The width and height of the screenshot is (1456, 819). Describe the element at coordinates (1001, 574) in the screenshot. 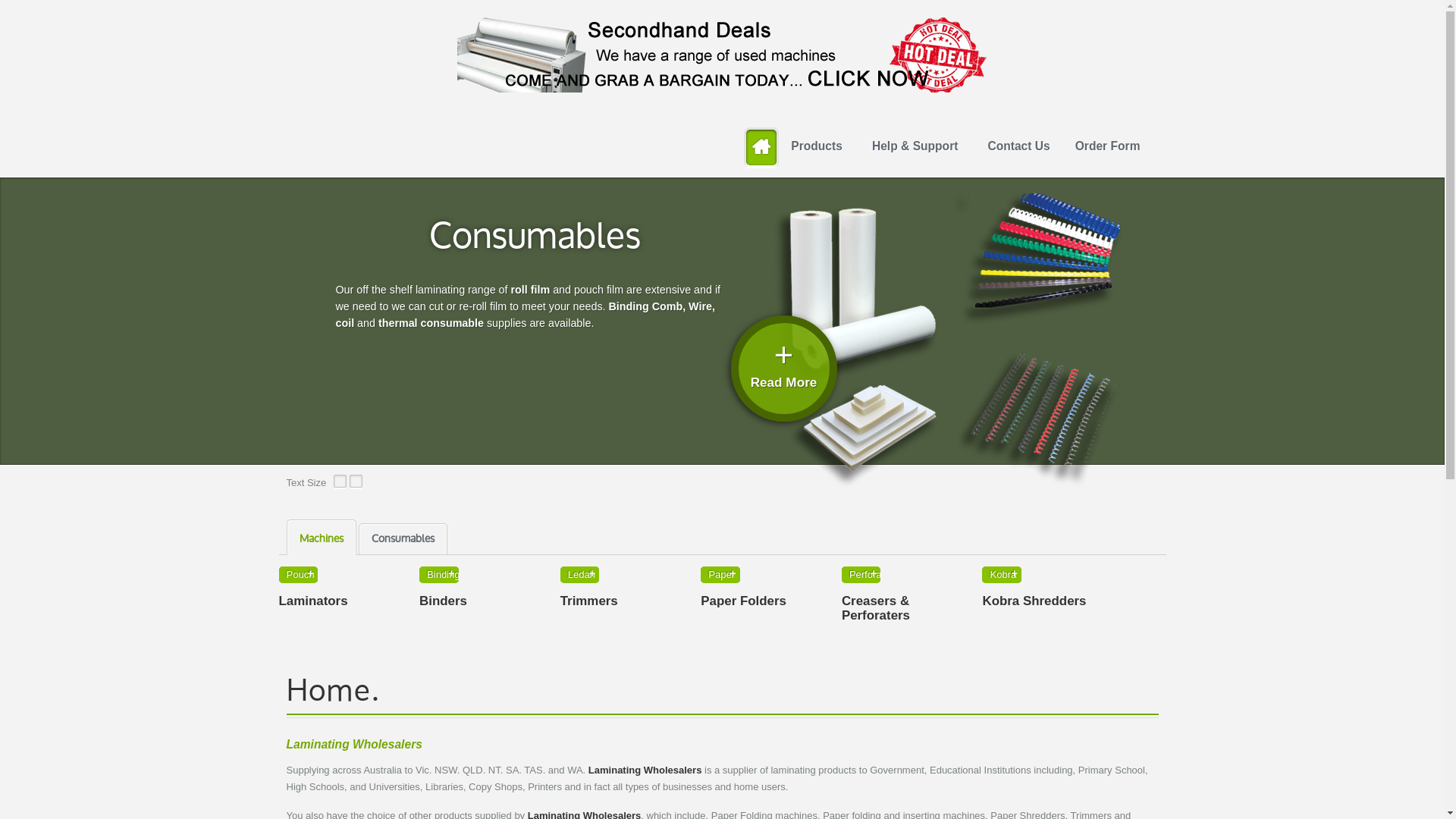

I see `'Kobra Shredders` at that location.